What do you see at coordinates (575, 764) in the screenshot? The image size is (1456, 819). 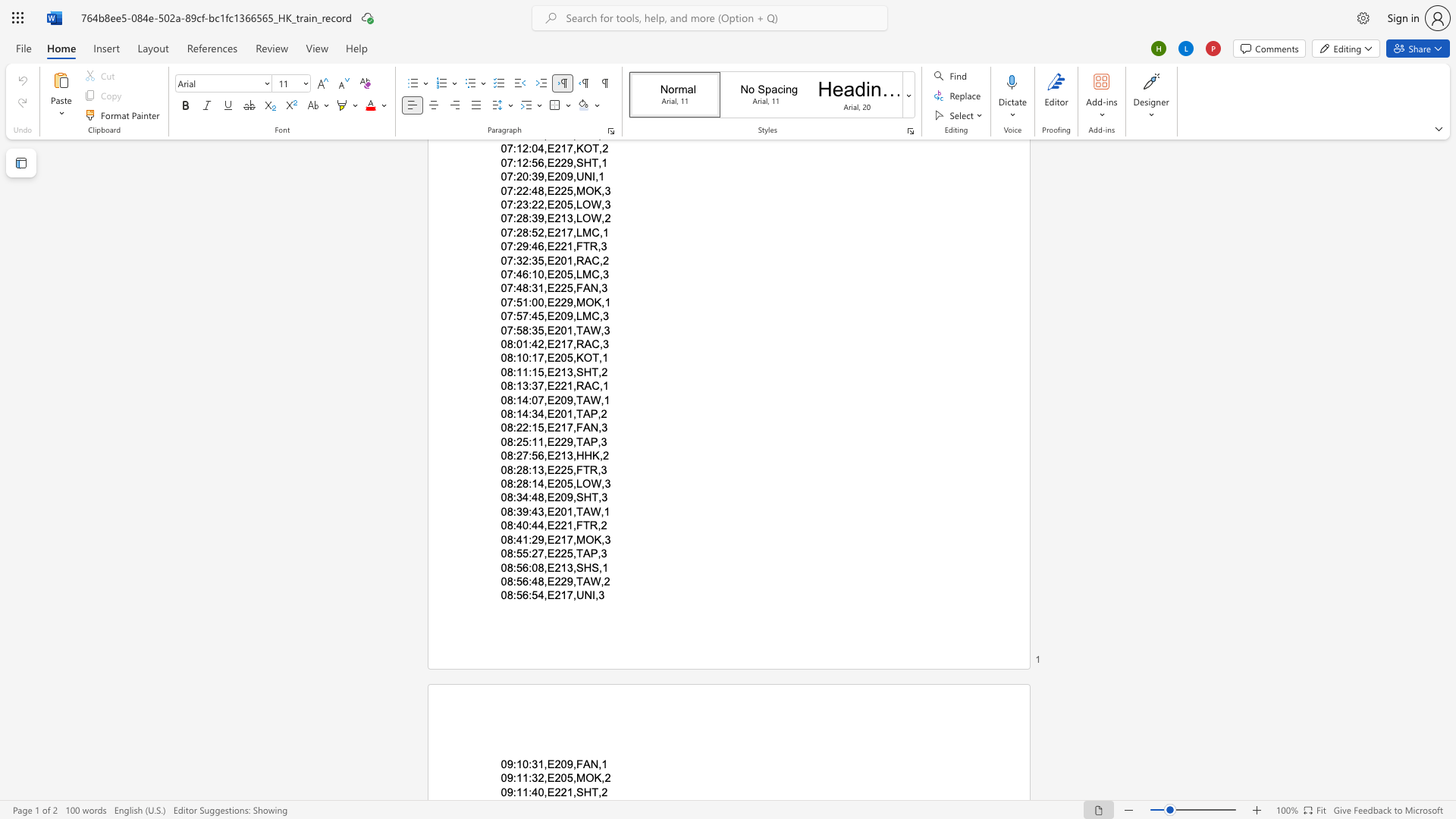 I see `the subset text "FA" within the text "09:10:31,E209,FAN,1"` at bounding box center [575, 764].